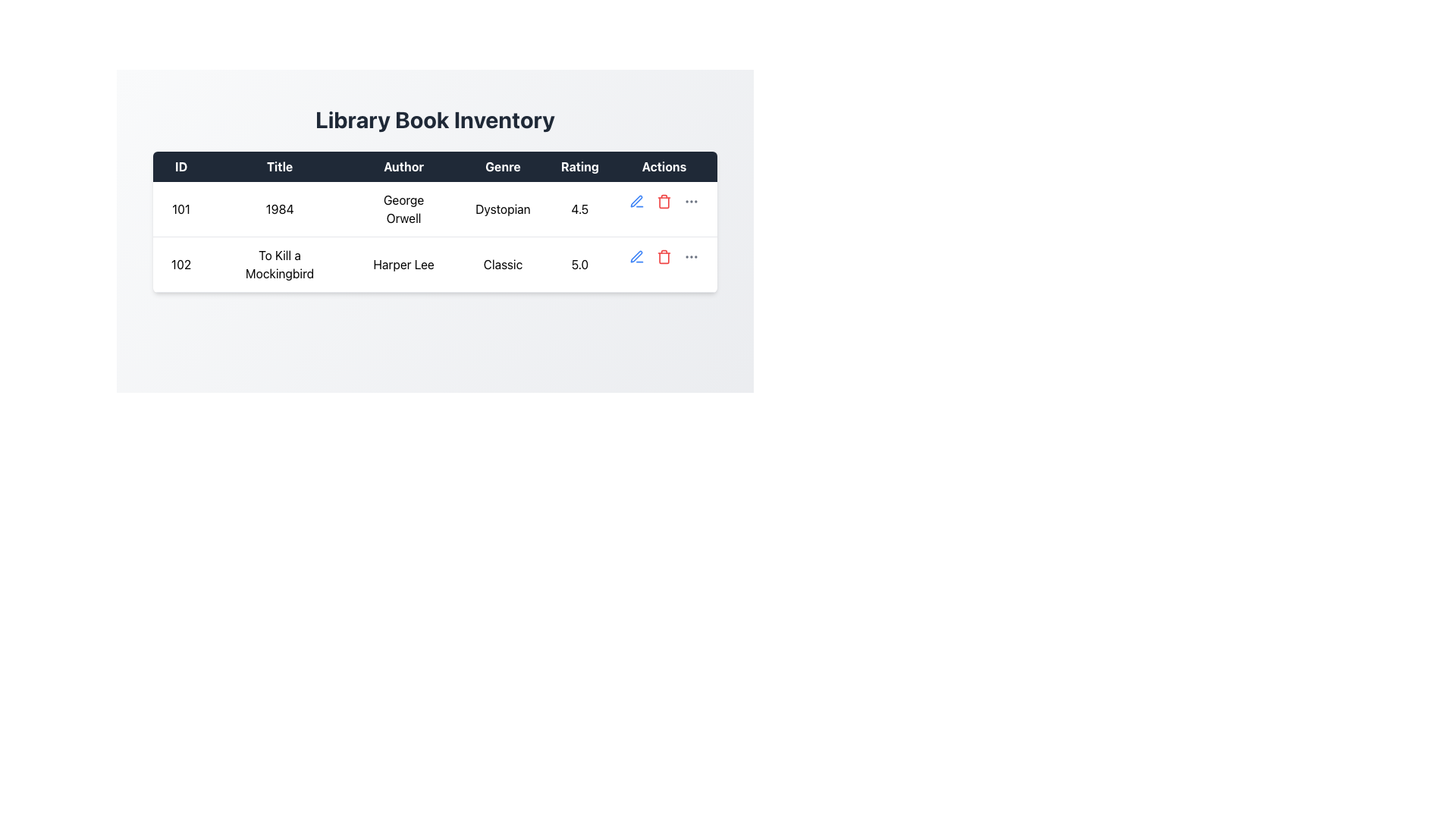  I want to click on the numeric text element '4.5' in the 'Rating' column of the first row corresponding to the book '1984' by George Orwell, so click(579, 209).